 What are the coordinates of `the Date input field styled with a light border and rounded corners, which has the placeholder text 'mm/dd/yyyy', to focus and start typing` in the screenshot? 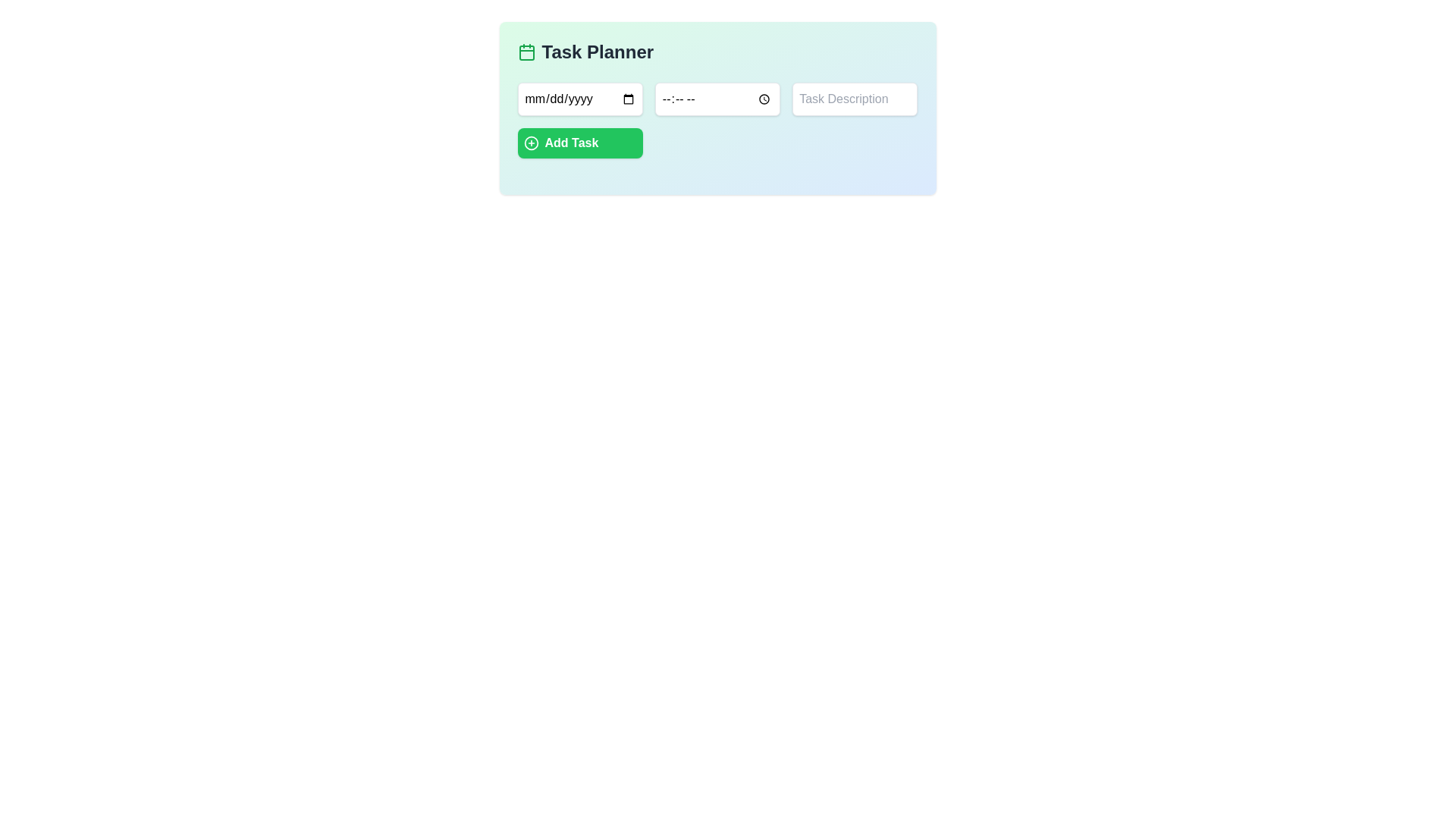 It's located at (579, 99).